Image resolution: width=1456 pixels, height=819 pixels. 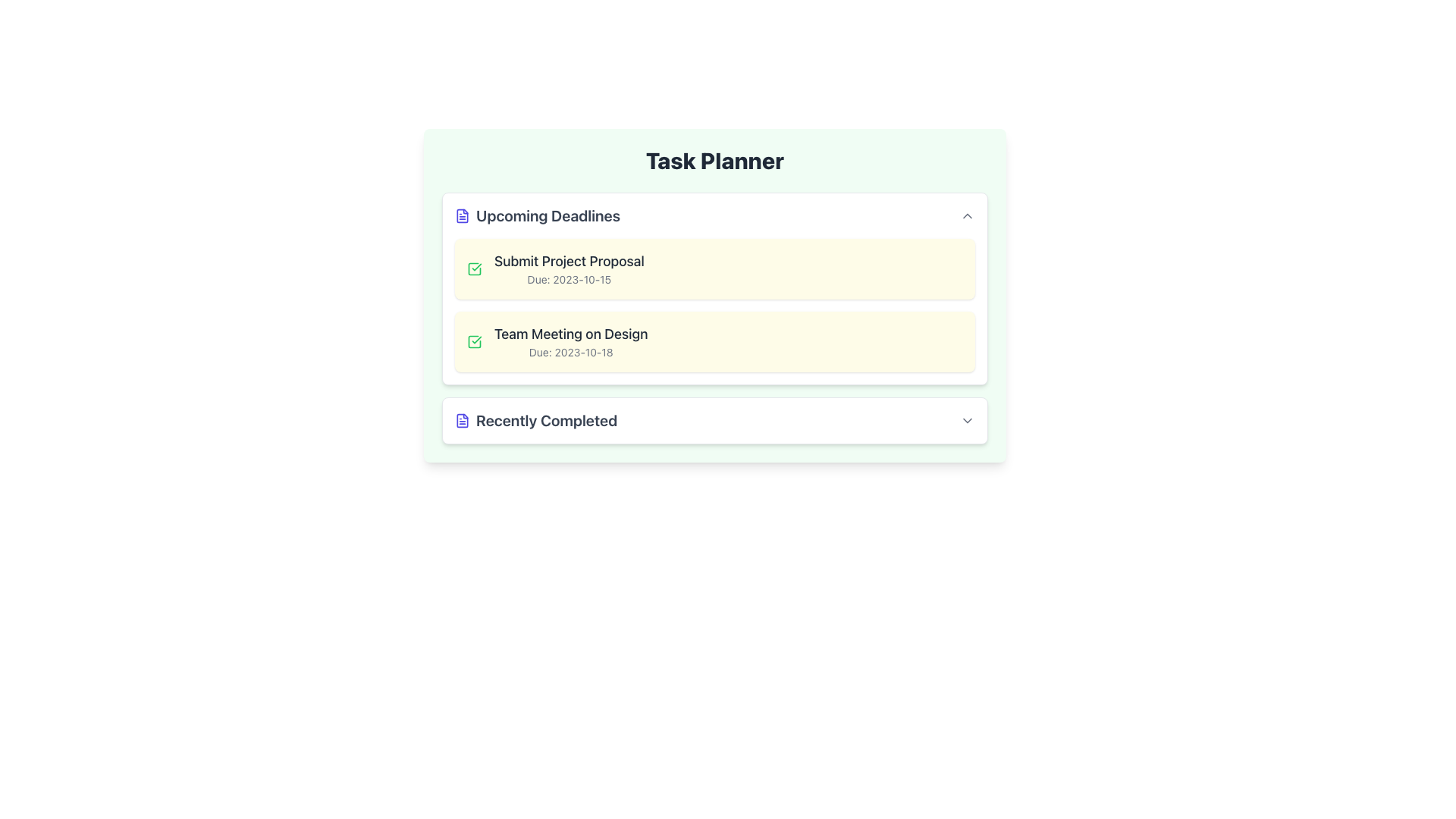 I want to click on label 'Upcoming Deadlines' which is a bold, gray text label located in the upper section of the main card titled 'Task Planner', so click(x=538, y=216).